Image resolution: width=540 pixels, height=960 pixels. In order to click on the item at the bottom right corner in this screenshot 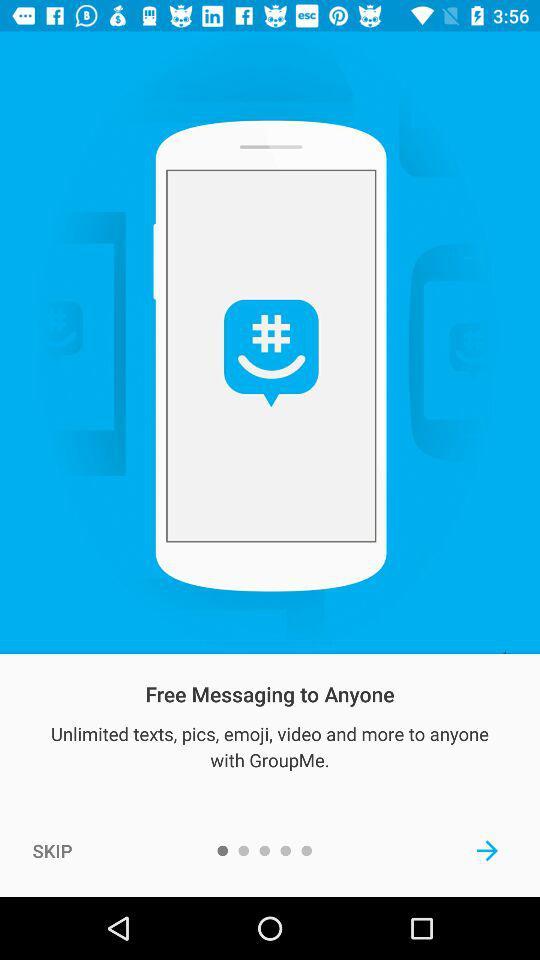, I will do `click(486, 849)`.